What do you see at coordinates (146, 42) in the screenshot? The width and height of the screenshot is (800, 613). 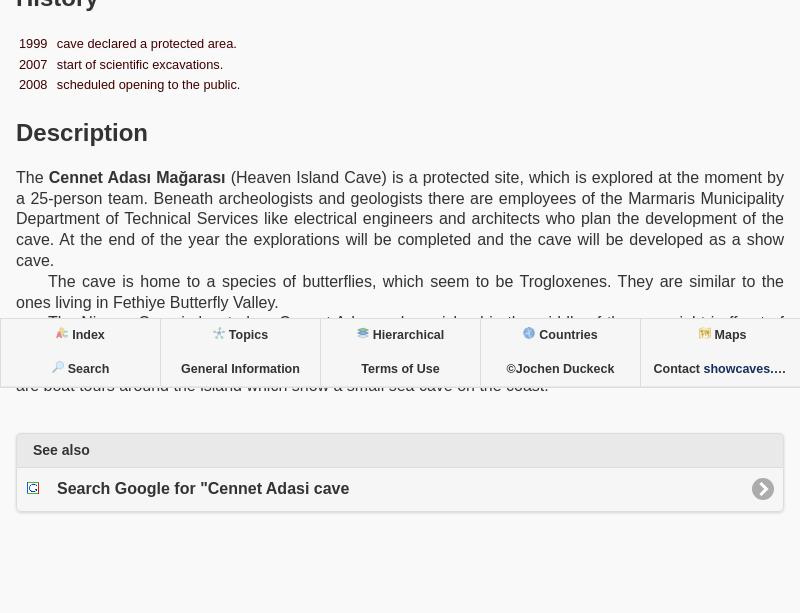 I see `'cave declared a protected area.'` at bounding box center [146, 42].